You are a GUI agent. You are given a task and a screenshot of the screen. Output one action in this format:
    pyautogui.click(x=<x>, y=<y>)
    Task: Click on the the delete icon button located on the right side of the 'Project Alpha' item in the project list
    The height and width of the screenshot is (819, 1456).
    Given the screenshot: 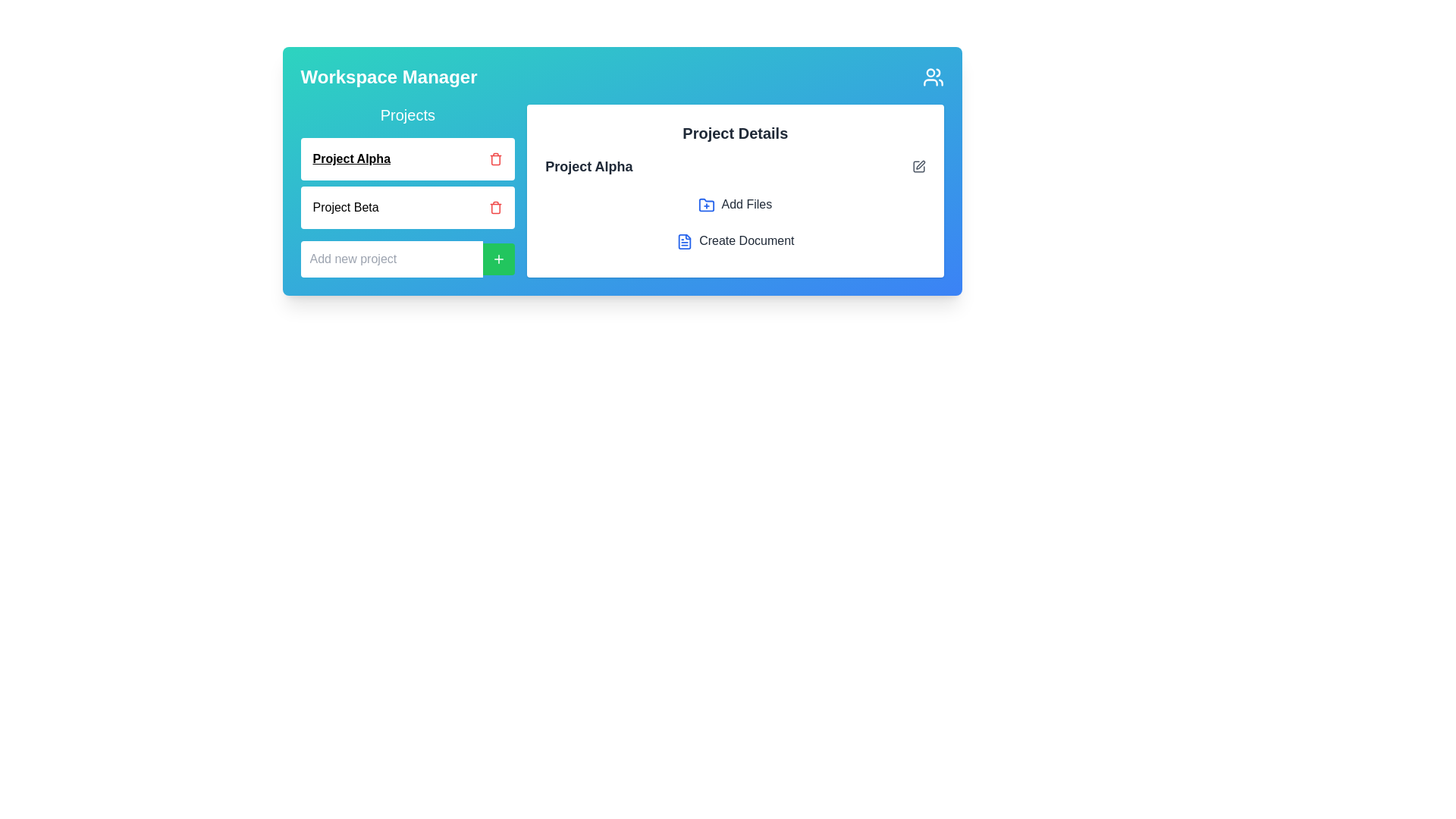 What is the action you would take?
    pyautogui.click(x=496, y=158)
    